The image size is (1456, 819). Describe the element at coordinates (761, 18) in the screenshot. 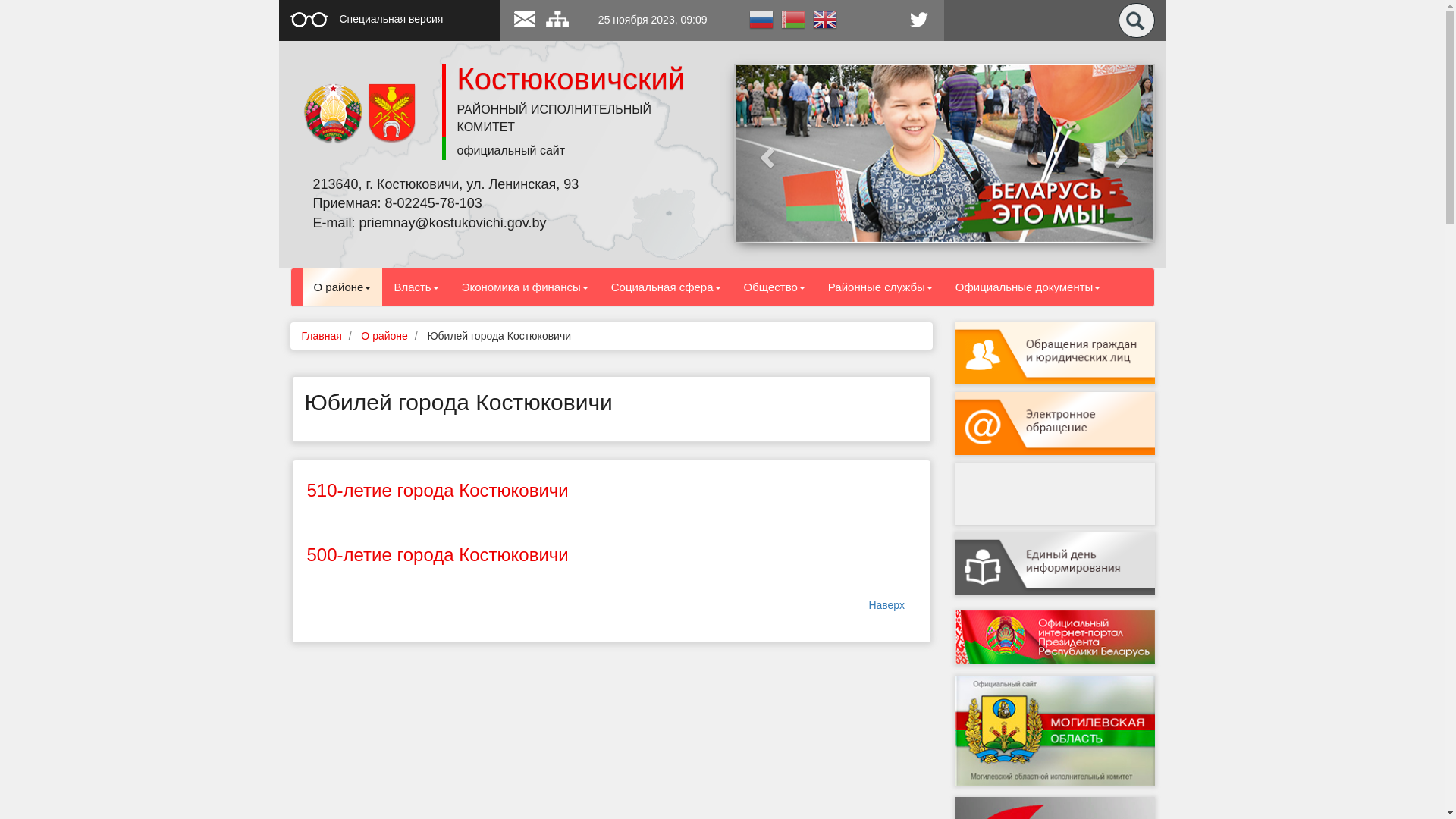

I see `'Russian'` at that location.